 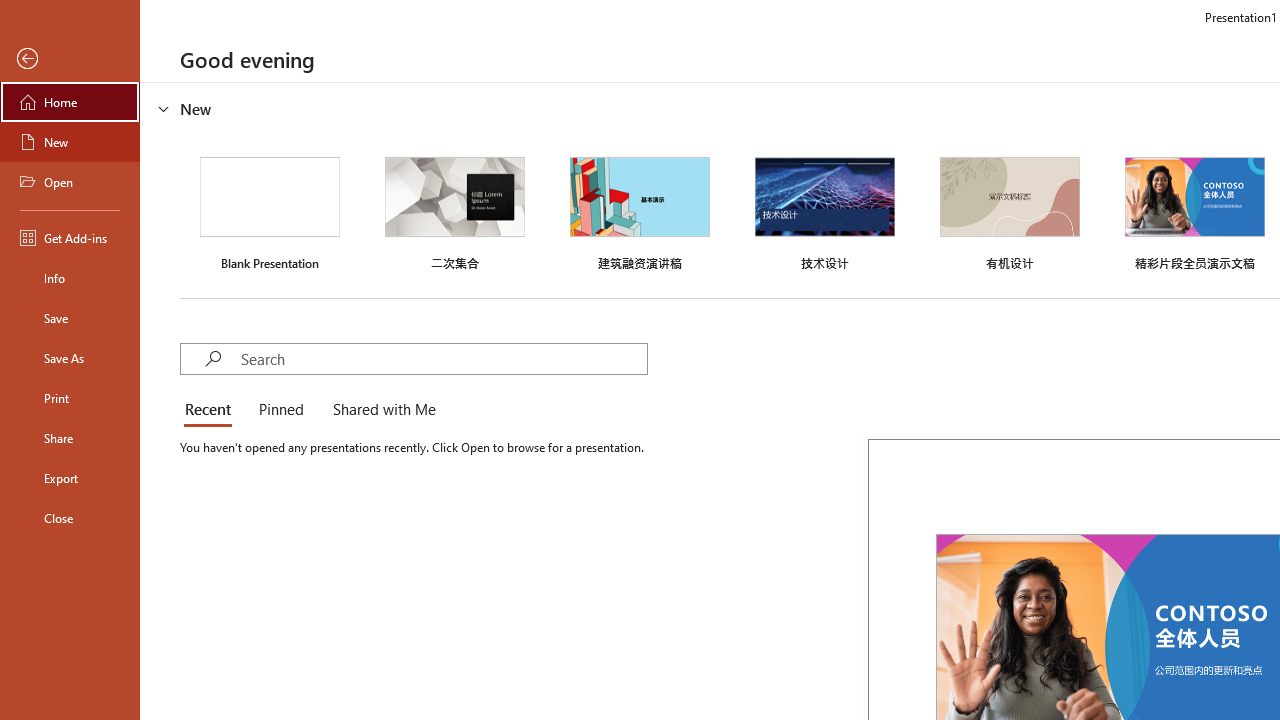 I want to click on 'Export', so click(x=69, y=478).